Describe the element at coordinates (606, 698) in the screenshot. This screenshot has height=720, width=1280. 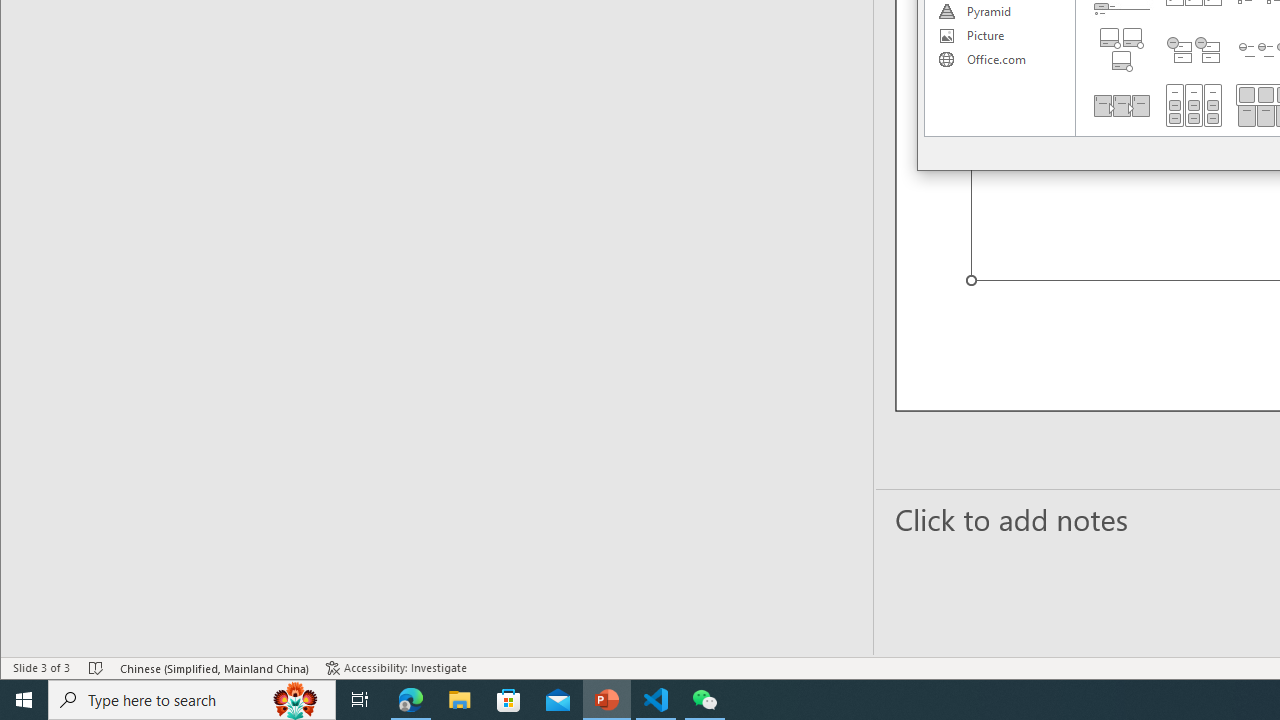
I see `'PowerPoint - 1 running window'` at that location.